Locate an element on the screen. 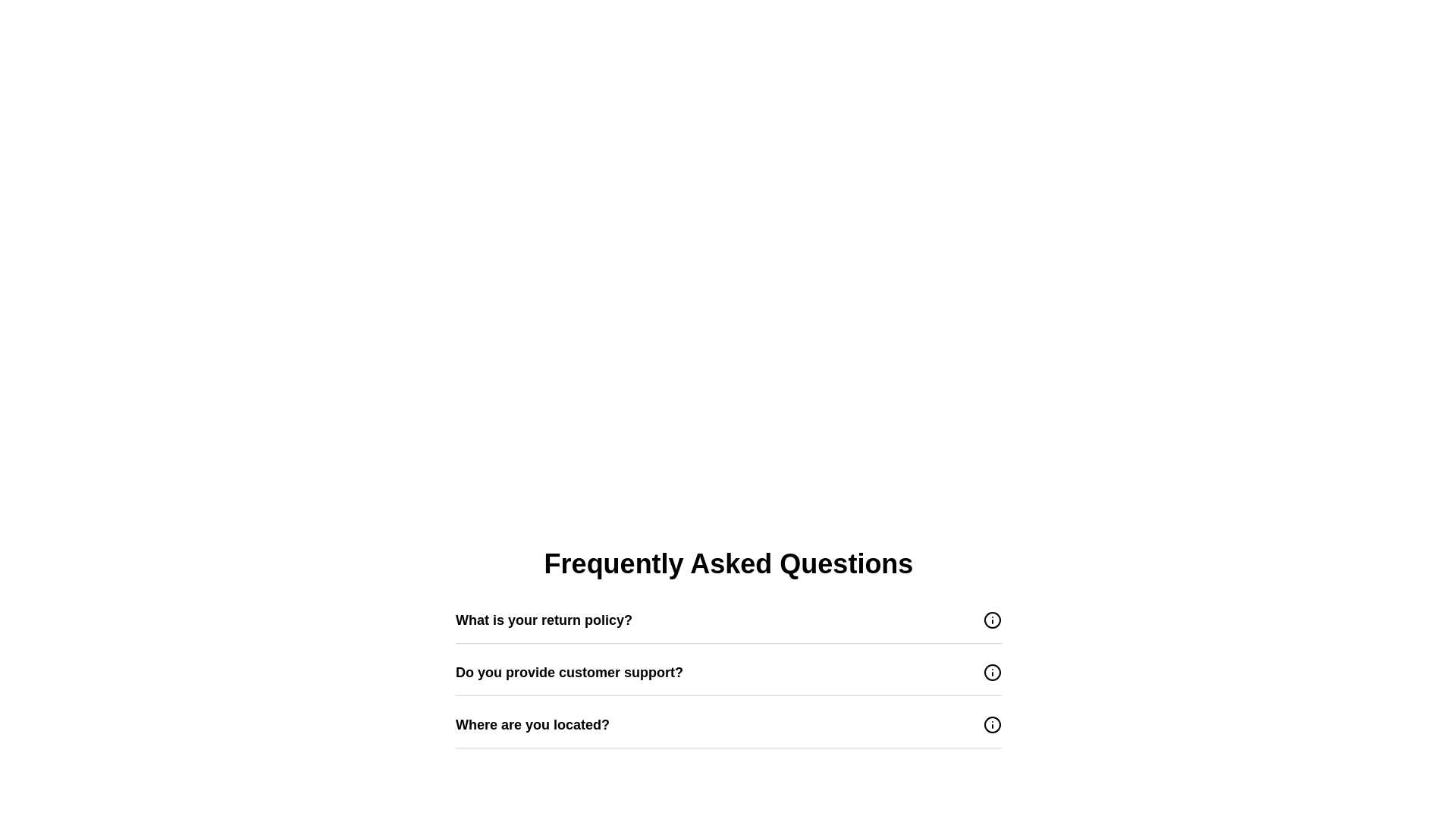 This screenshot has width=1456, height=819. text label that serves as a question in the FAQ section, specifically the third question in the list located below the 'Frequently Asked Questions' header is located at coordinates (532, 724).